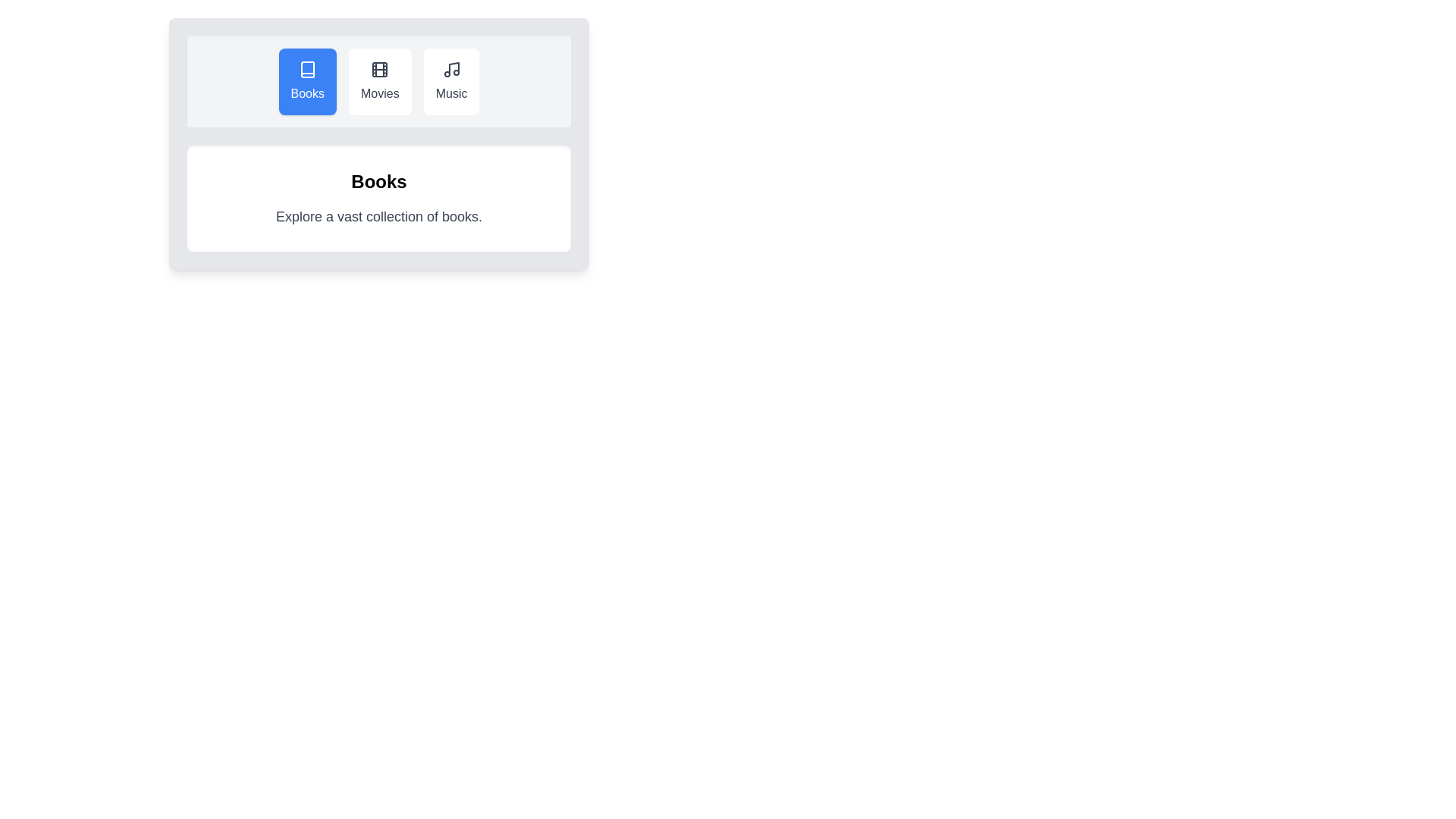  I want to click on the Music tab, so click(450, 82).